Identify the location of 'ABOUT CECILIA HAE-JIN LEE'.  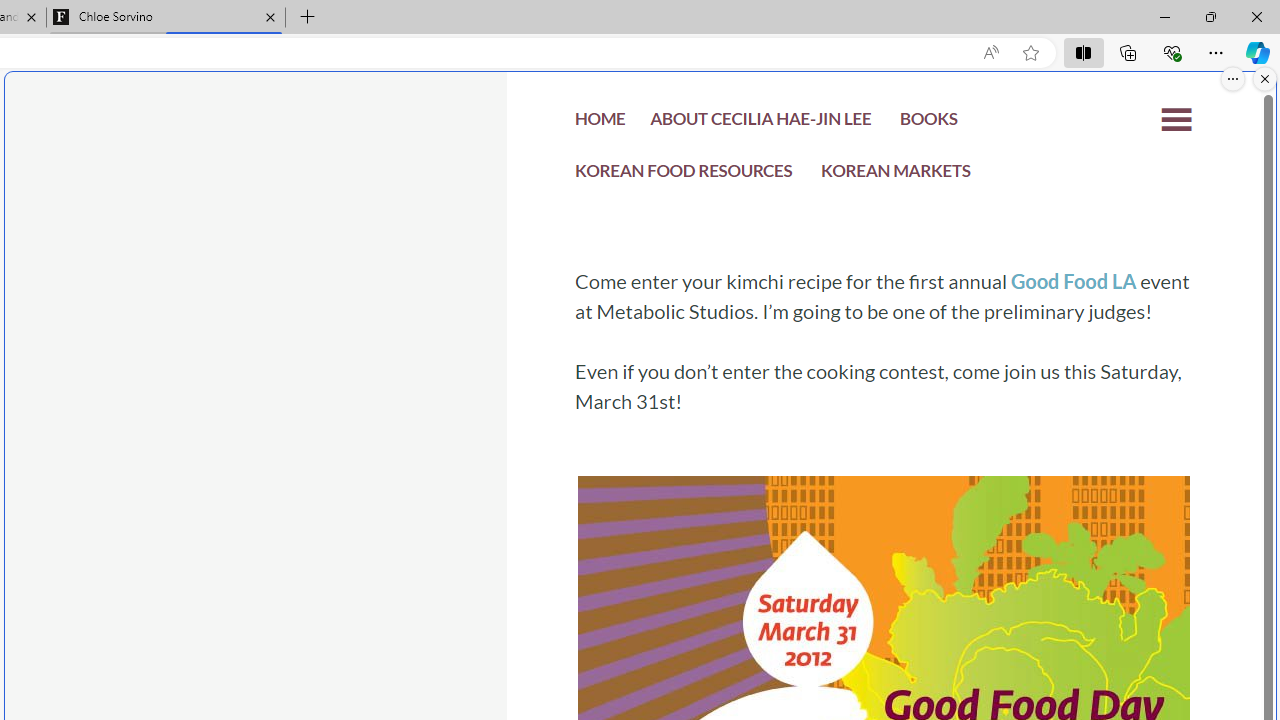
(759, 122).